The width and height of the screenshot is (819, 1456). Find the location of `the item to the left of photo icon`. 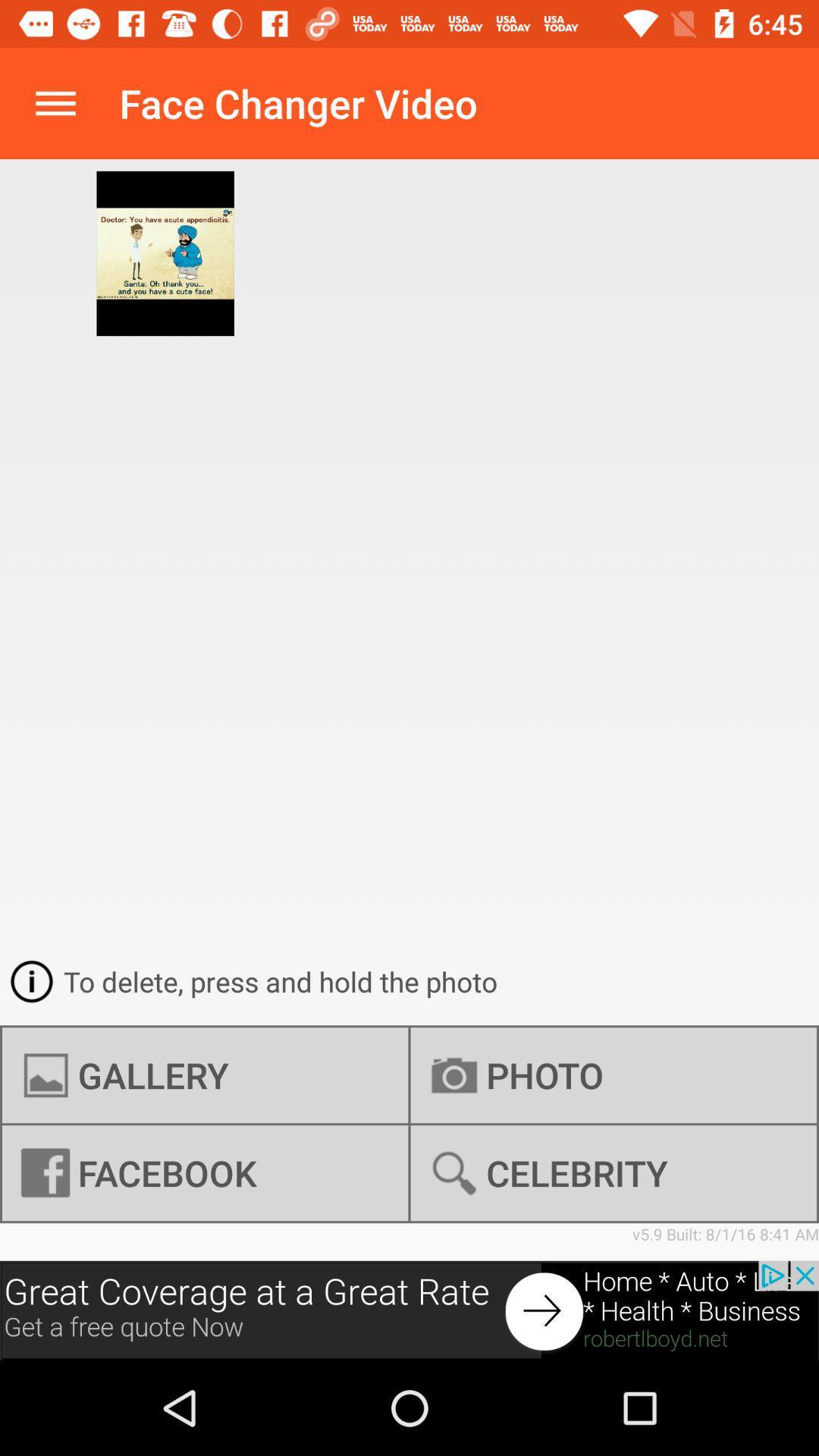

the item to the left of photo icon is located at coordinates (205, 1172).